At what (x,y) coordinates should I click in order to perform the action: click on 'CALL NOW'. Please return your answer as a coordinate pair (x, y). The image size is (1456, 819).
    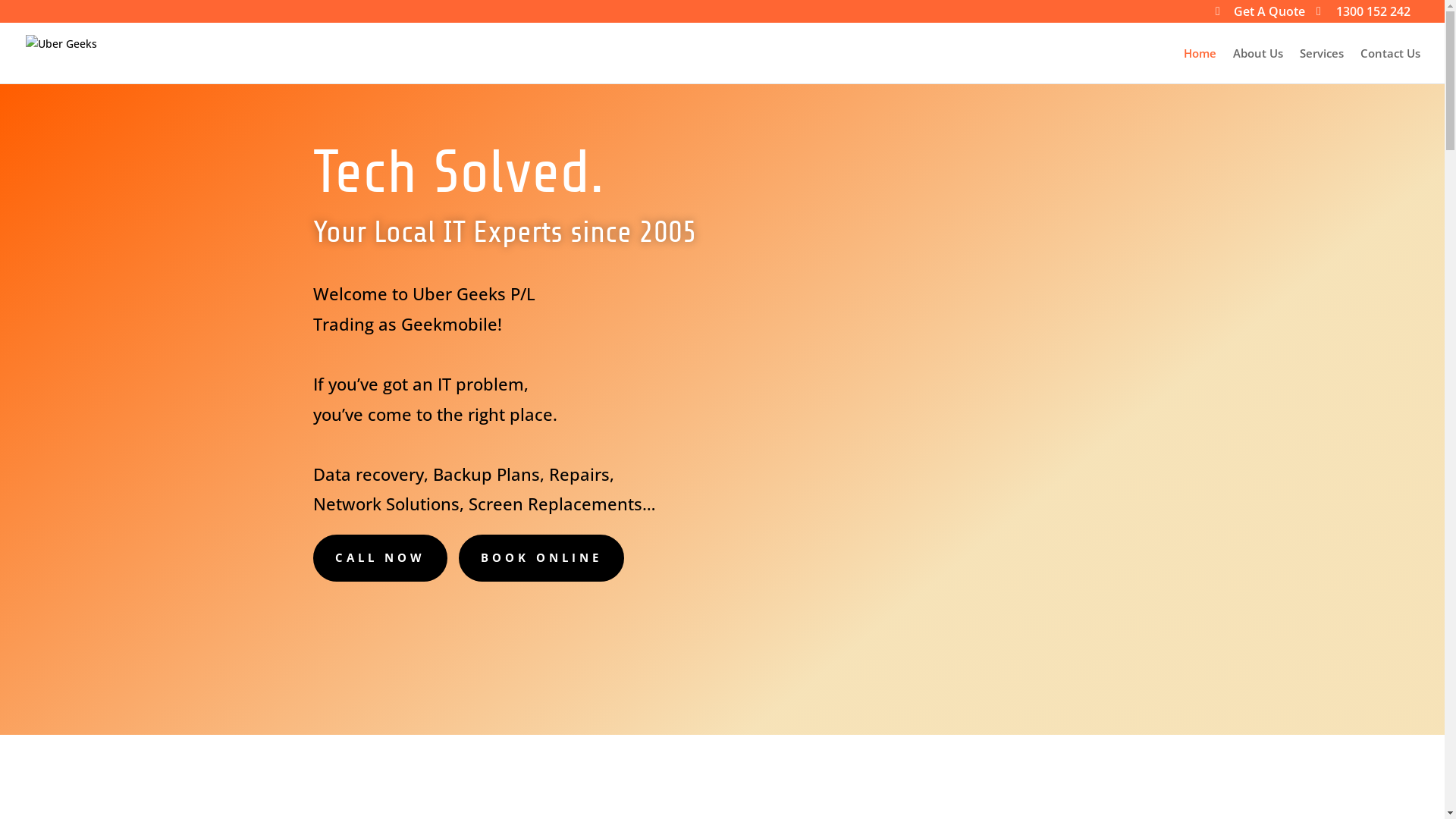
    Looking at the image, I should click on (379, 558).